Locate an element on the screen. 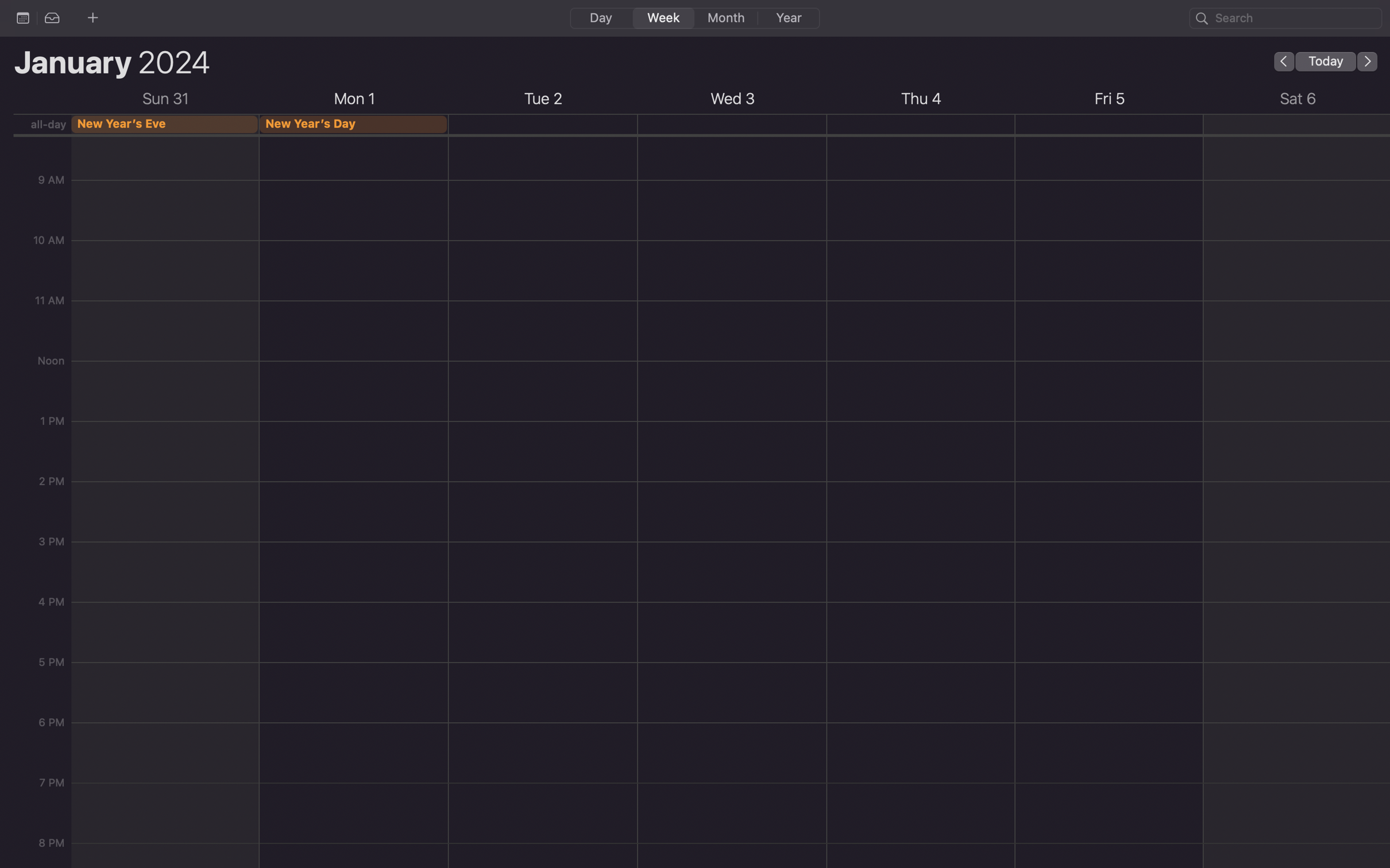 The height and width of the screenshot is (868, 1390). Schedule an event at 9 in the morning on New Year"s day is located at coordinates (354, 190).